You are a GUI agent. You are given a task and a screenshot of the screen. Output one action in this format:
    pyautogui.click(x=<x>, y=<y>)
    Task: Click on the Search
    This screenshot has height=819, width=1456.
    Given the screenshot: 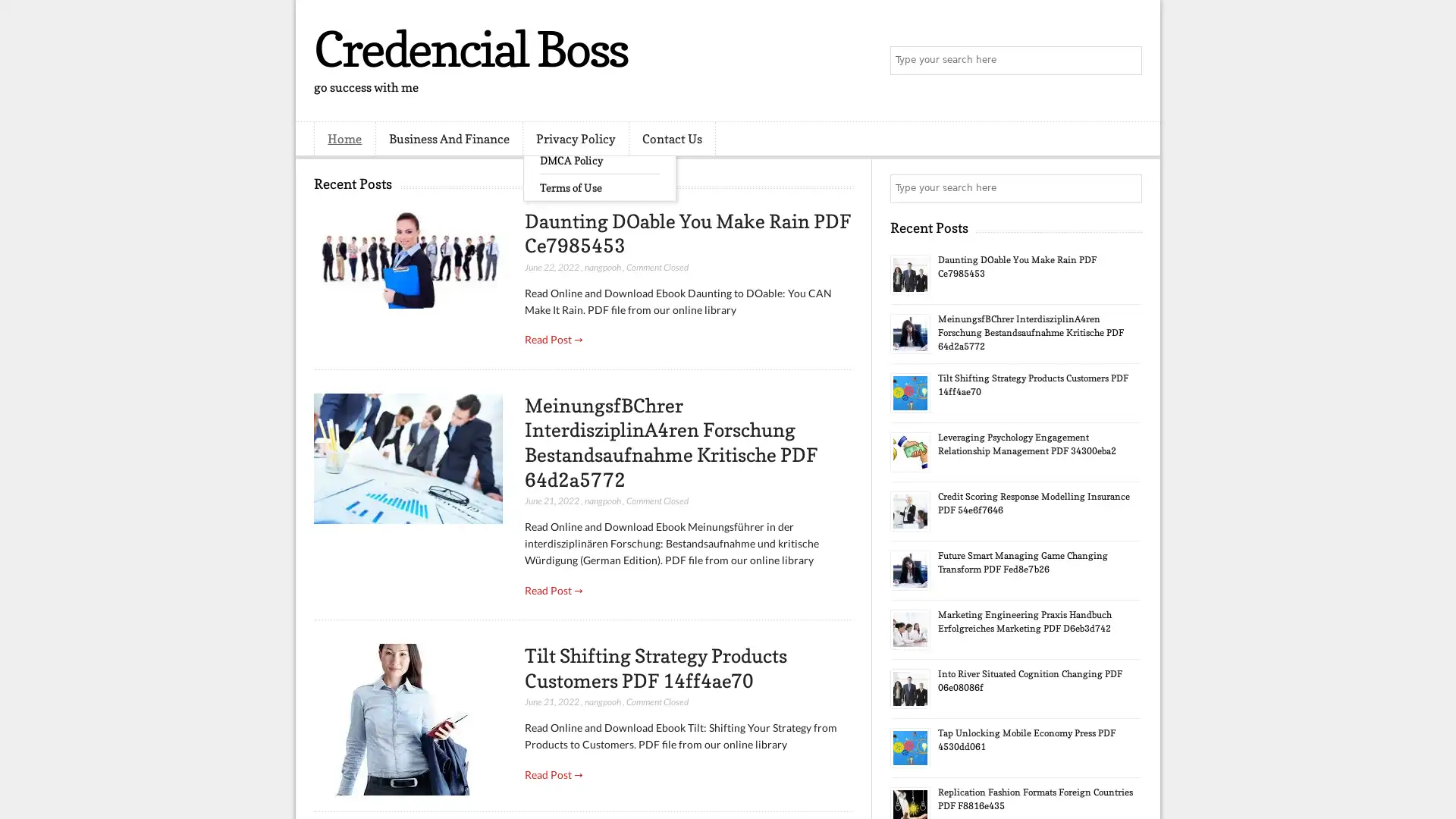 What is the action you would take?
    pyautogui.click(x=1126, y=61)
    